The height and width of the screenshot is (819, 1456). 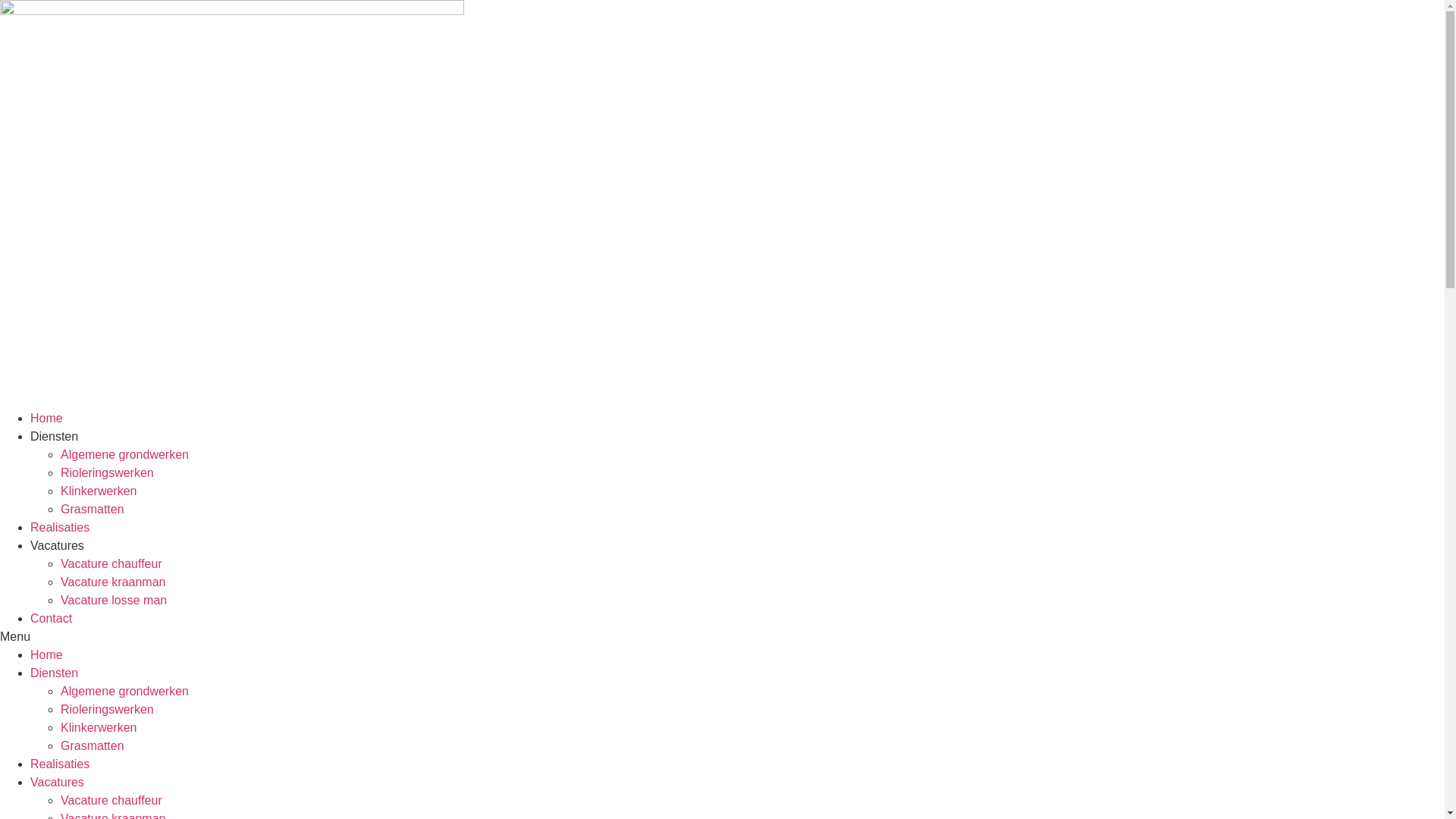 I want to click on 'Vacature kraanman', so click(x=111, y=581).